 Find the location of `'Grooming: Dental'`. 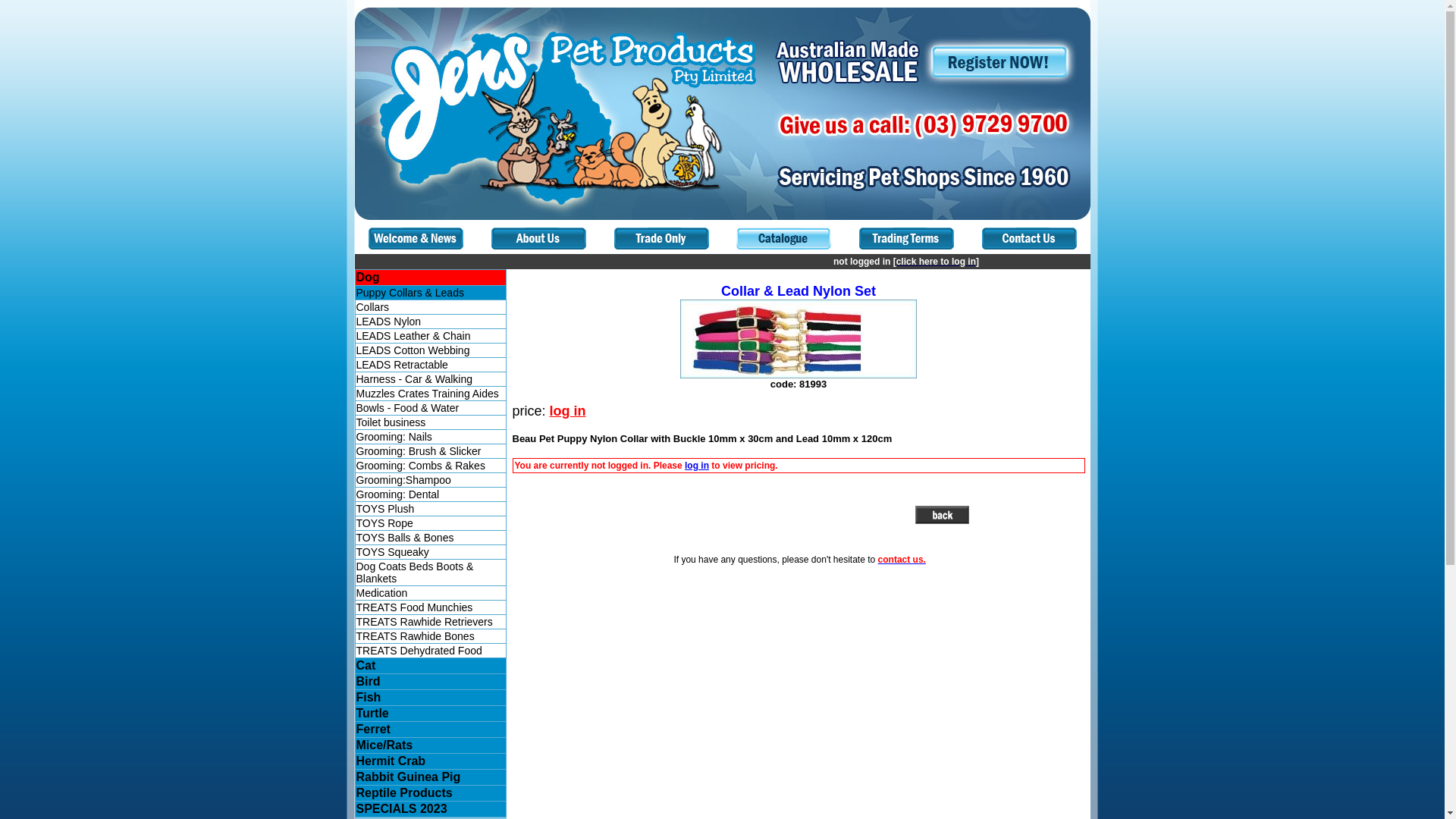

'Grooming: Dental' is located at coordinates (353, 494).